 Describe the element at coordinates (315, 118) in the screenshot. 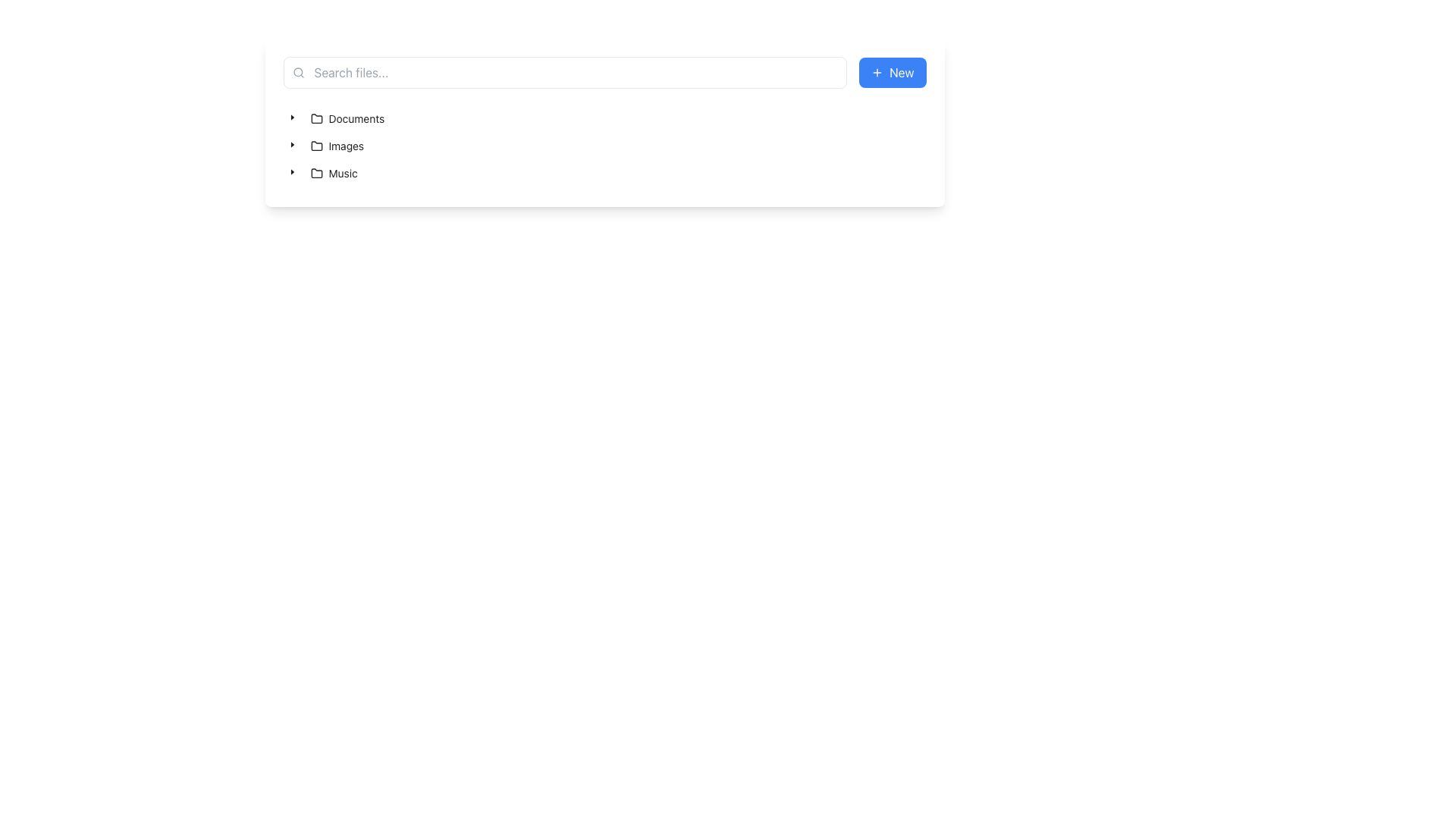

I see `the folder icon associated with the 'Documents' label to interact with its functionality` at that location.